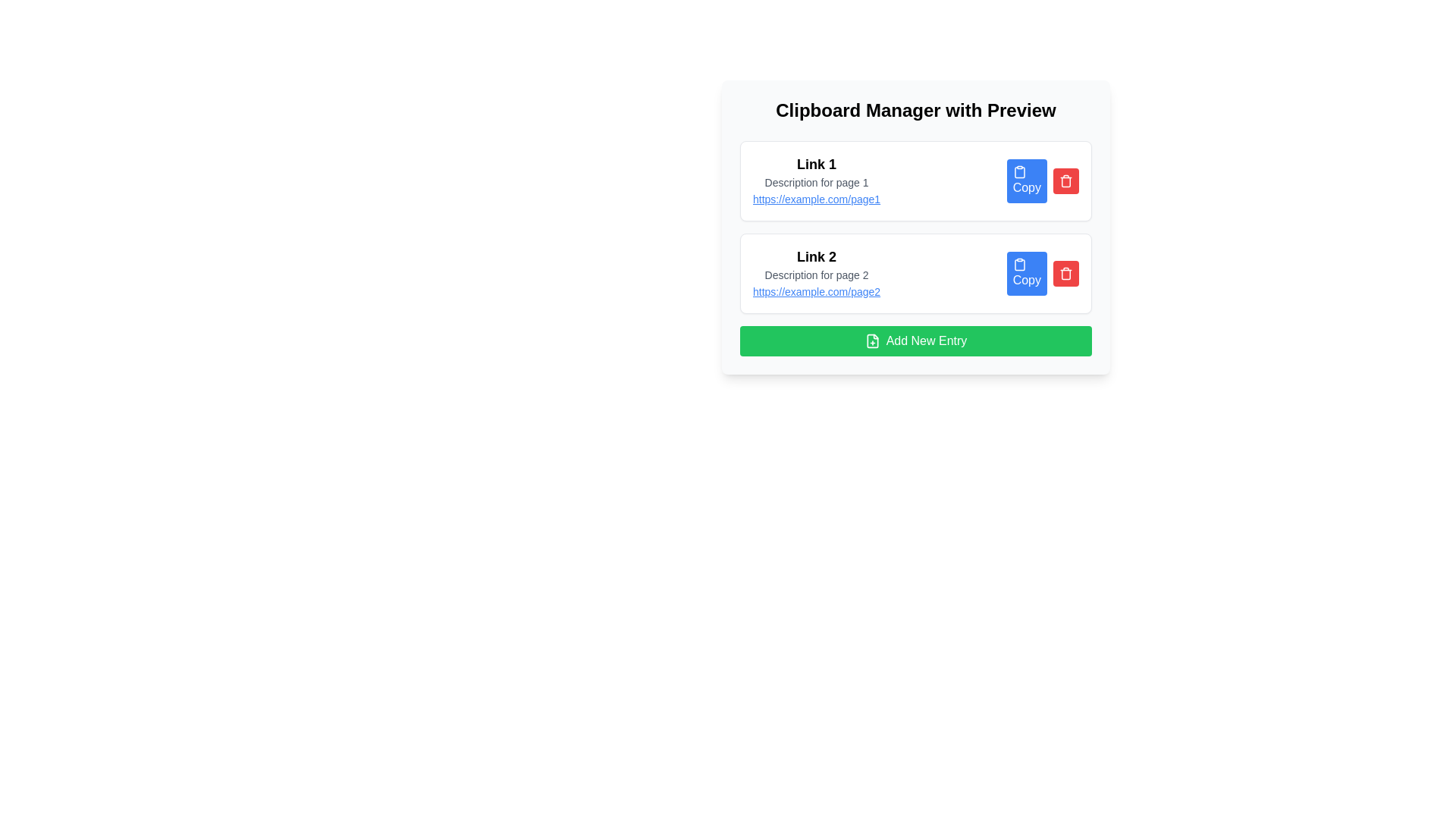  Describe the element at coordinates (1026, 274) in the screenshot. I see `the button with an icon located to the right side of the entry containing 'Link 2'` at that location.